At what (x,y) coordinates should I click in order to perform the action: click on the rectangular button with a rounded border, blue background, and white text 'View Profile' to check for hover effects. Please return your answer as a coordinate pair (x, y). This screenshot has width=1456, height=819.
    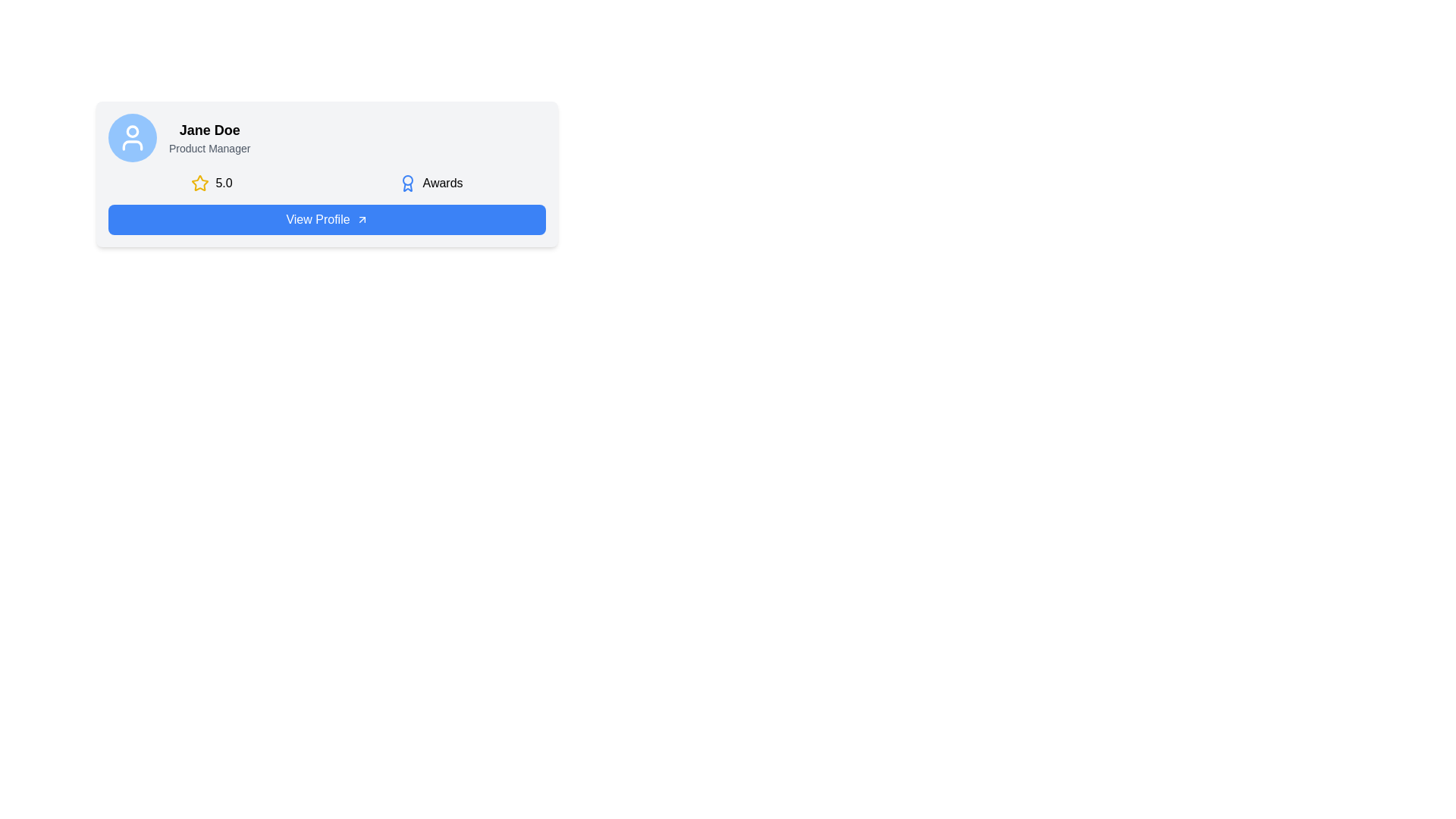
    Looking at the image, I should click on (326, 219).